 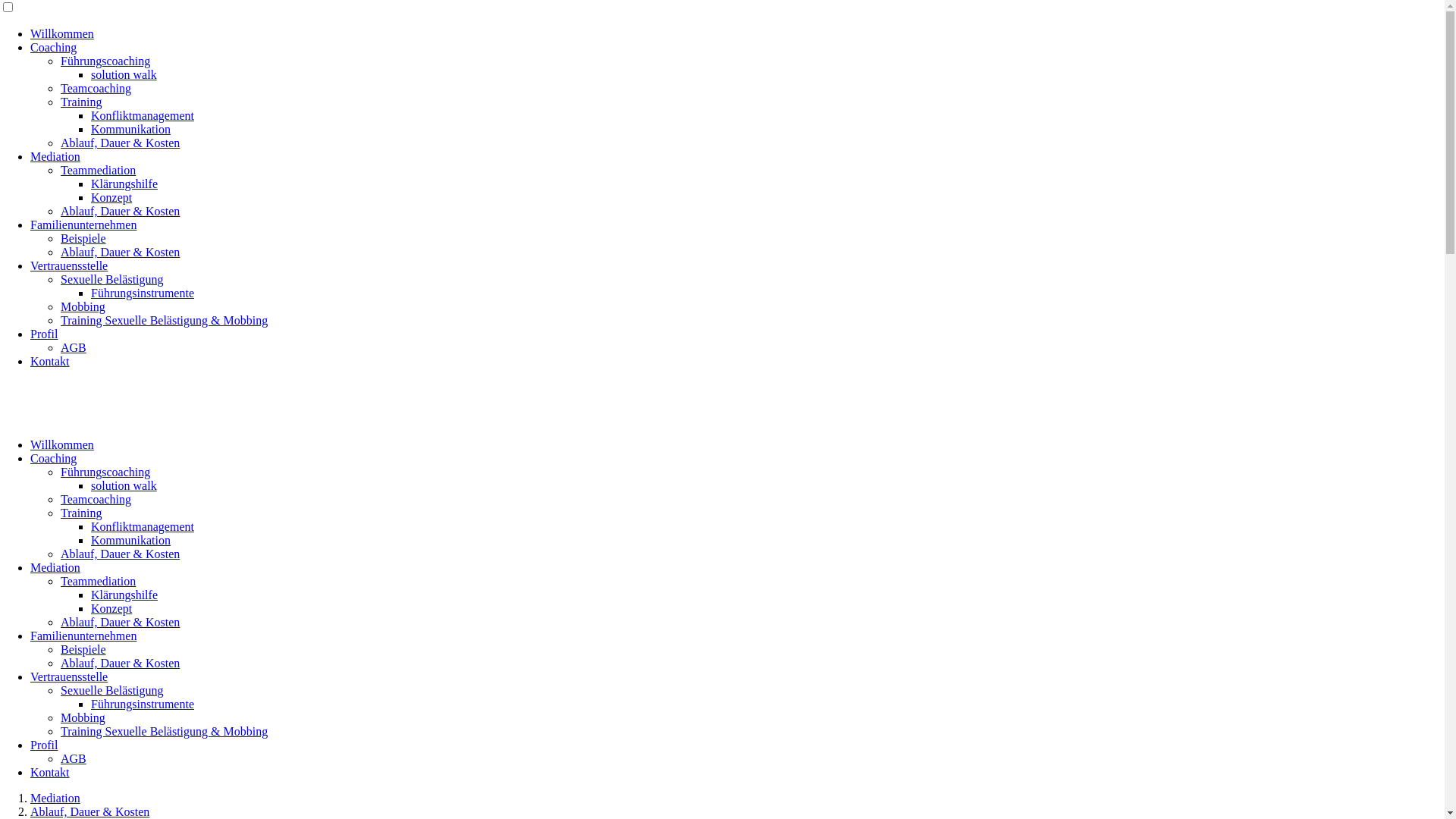 What do you see at coordinates (124, 485) in the screenshot?
I see `'solution walk'` at bounding box center [124, 485].